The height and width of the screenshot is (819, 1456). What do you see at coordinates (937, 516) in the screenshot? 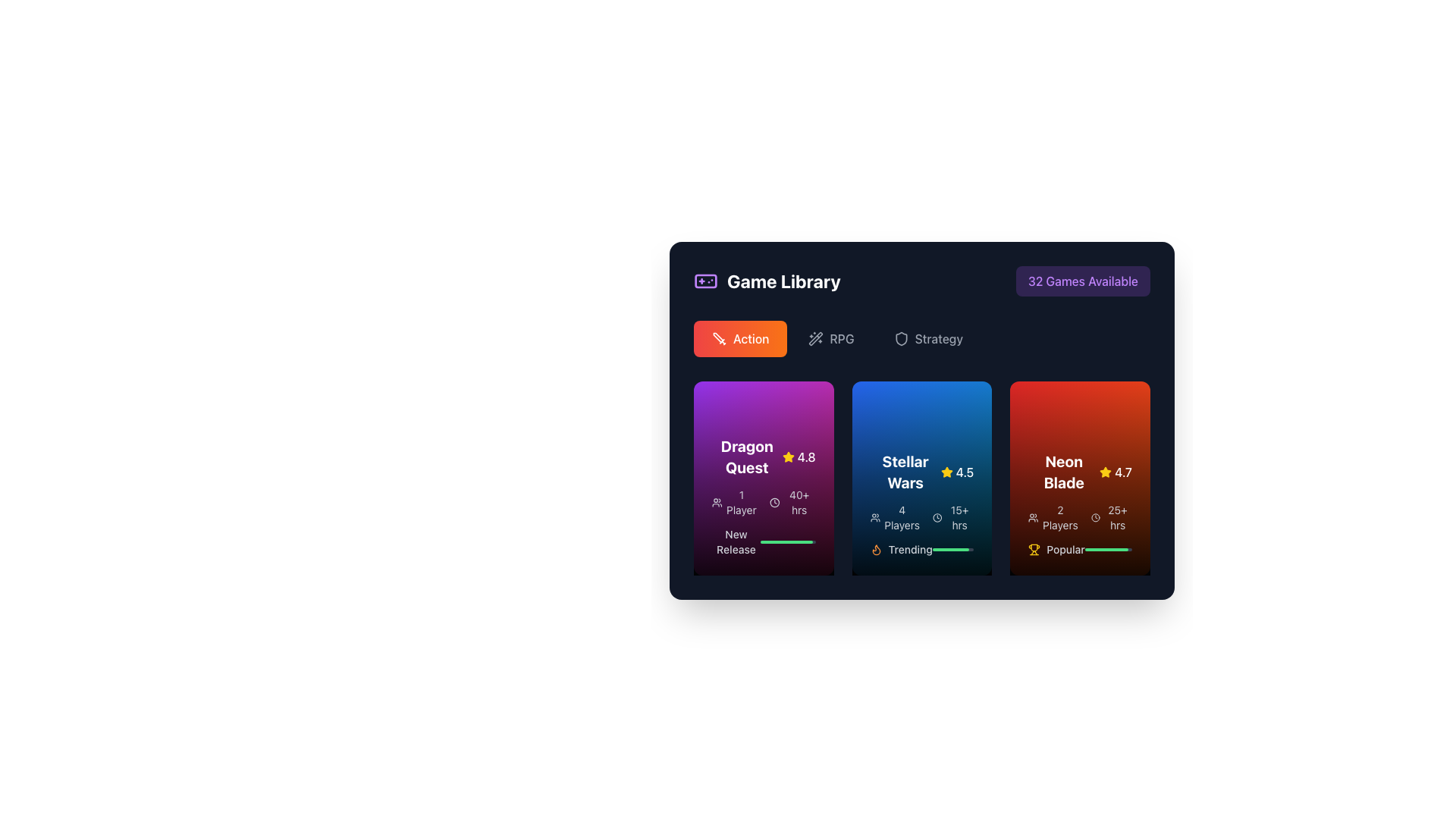
I see `the clock icon located to the left of the text '15+ hrs' in the lower-left corner of the 'Stellar Wars' game card` at bounding box center [937, 516].